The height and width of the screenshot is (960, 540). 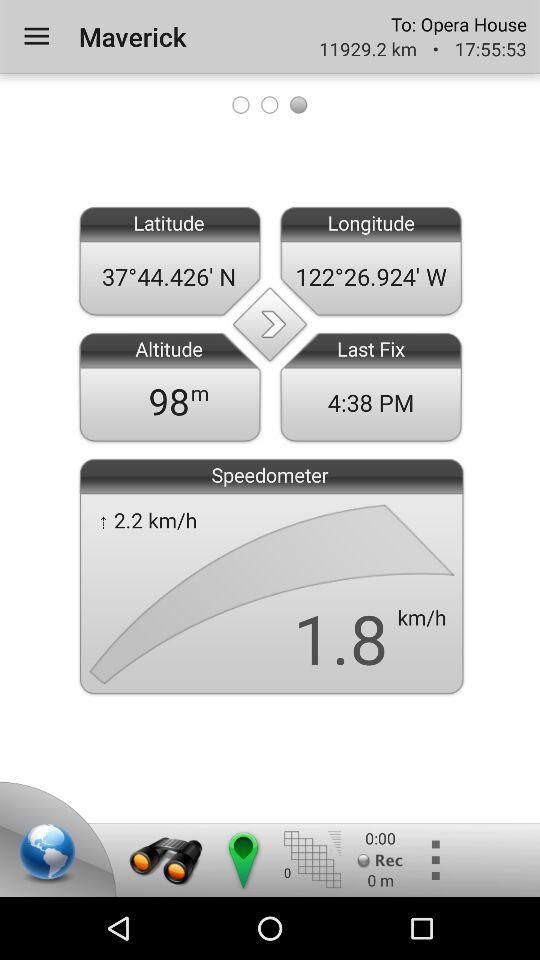 I want to click on button localization, so click(x=242, y=859).